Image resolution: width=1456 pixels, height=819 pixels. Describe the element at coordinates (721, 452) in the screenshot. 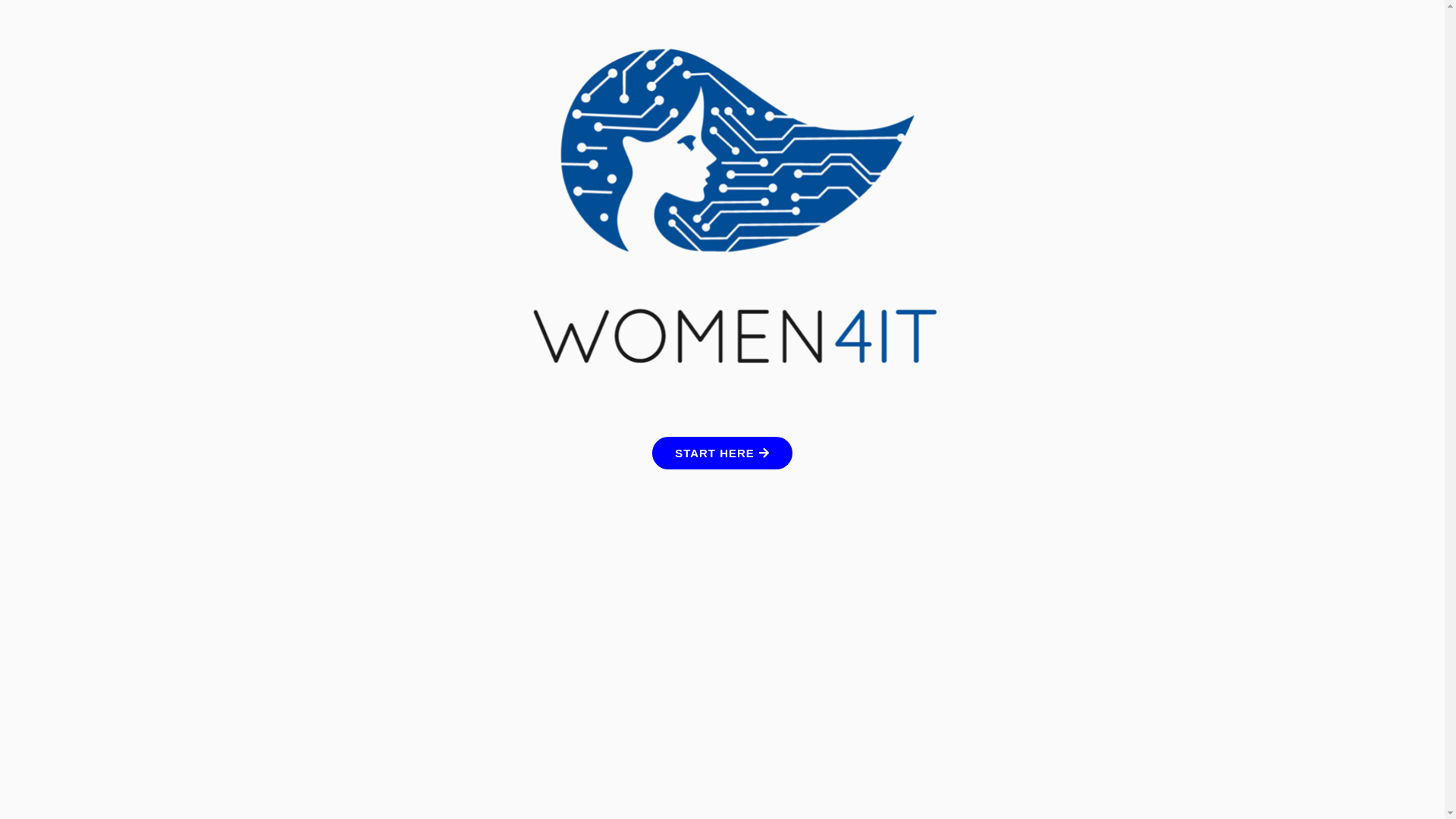

I see `'START HERE'` at that location.